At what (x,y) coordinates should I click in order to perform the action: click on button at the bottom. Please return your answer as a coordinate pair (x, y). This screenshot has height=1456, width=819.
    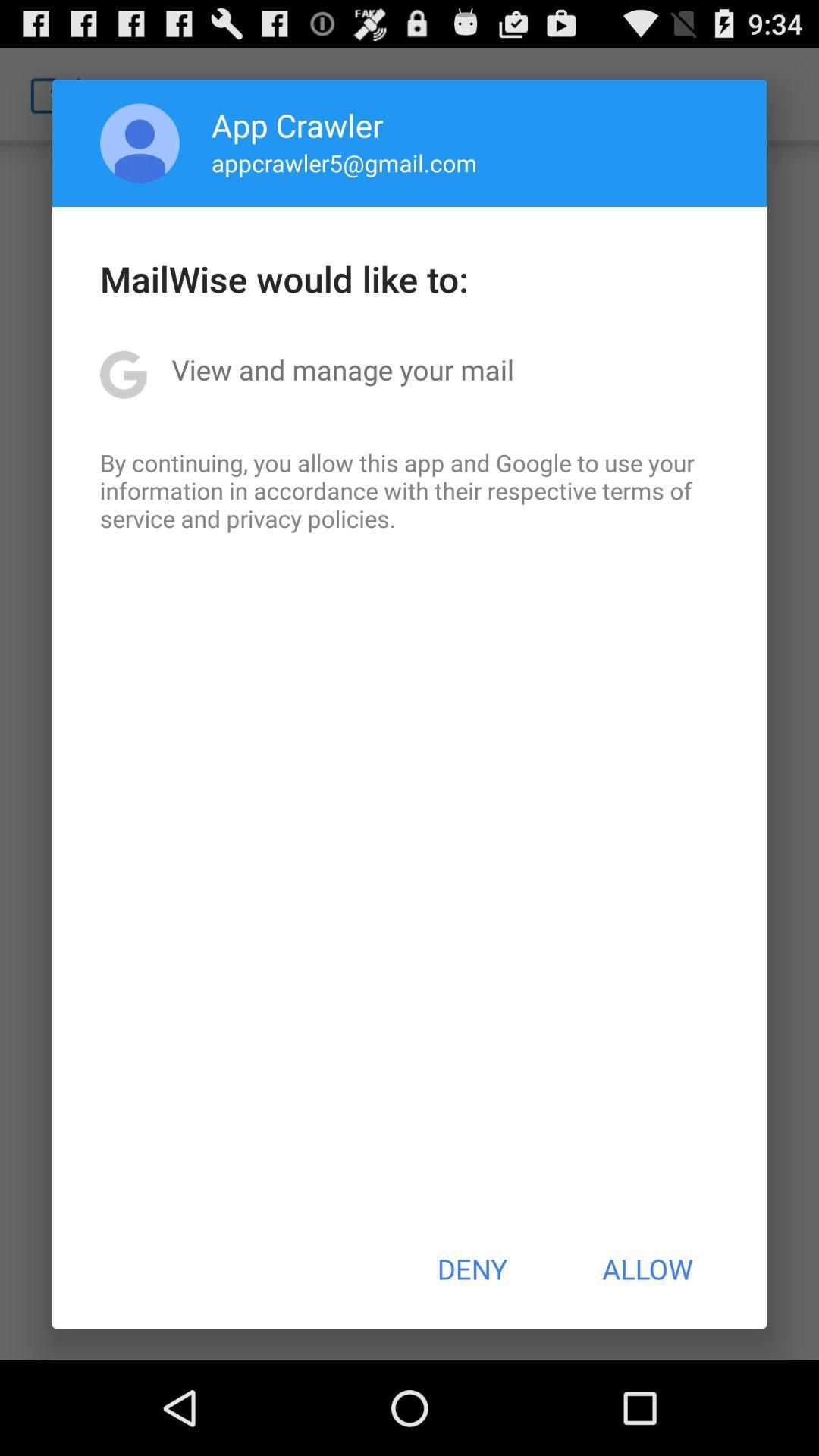
    Looking at the image, I should click on (471, 1269).